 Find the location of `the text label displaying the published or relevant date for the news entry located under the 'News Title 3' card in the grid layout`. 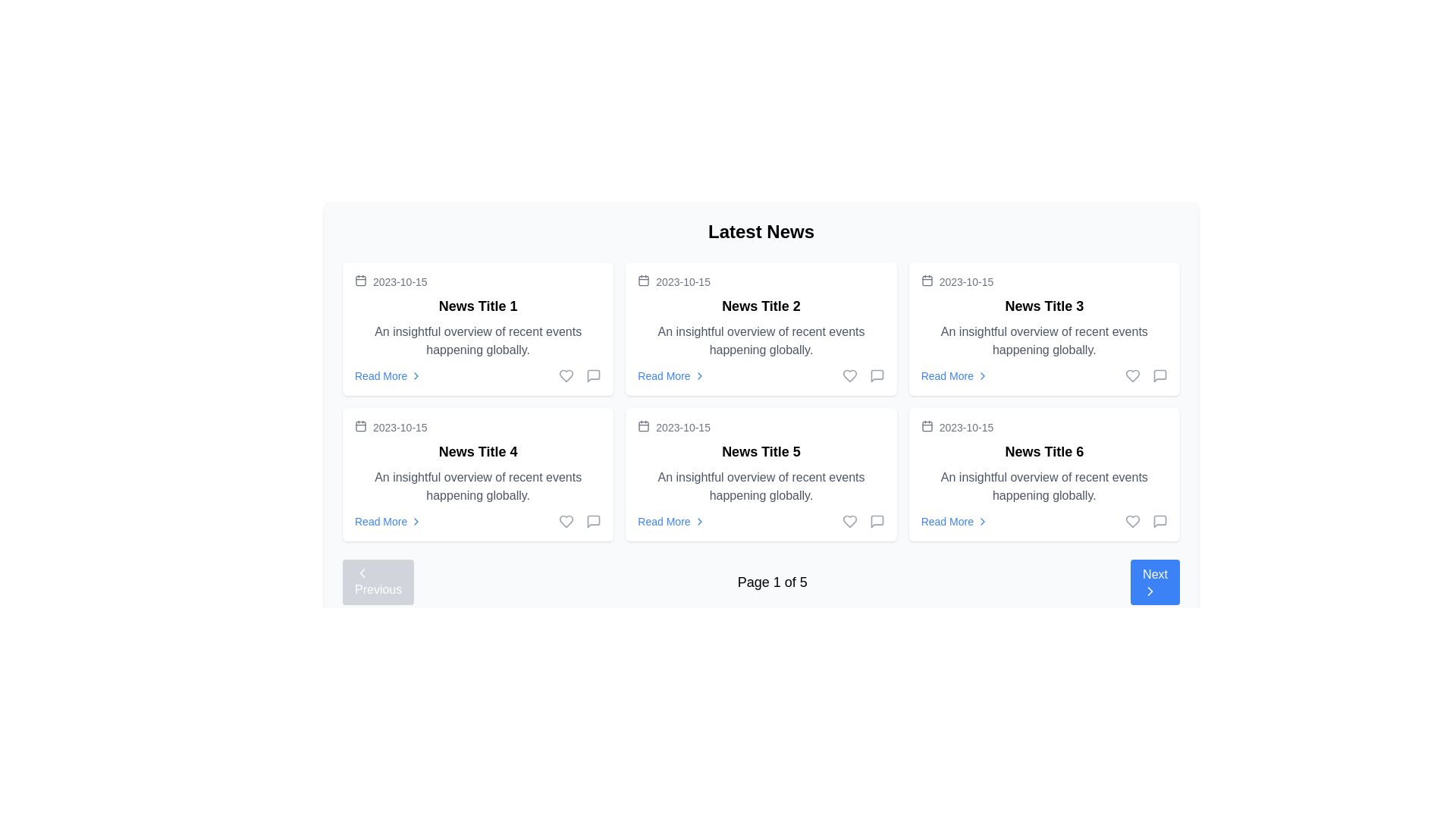

the text label displaying the published or relevant date for the news entry located under the 'News Title 3' card in the grid layout is located at coordinates (965, 281).